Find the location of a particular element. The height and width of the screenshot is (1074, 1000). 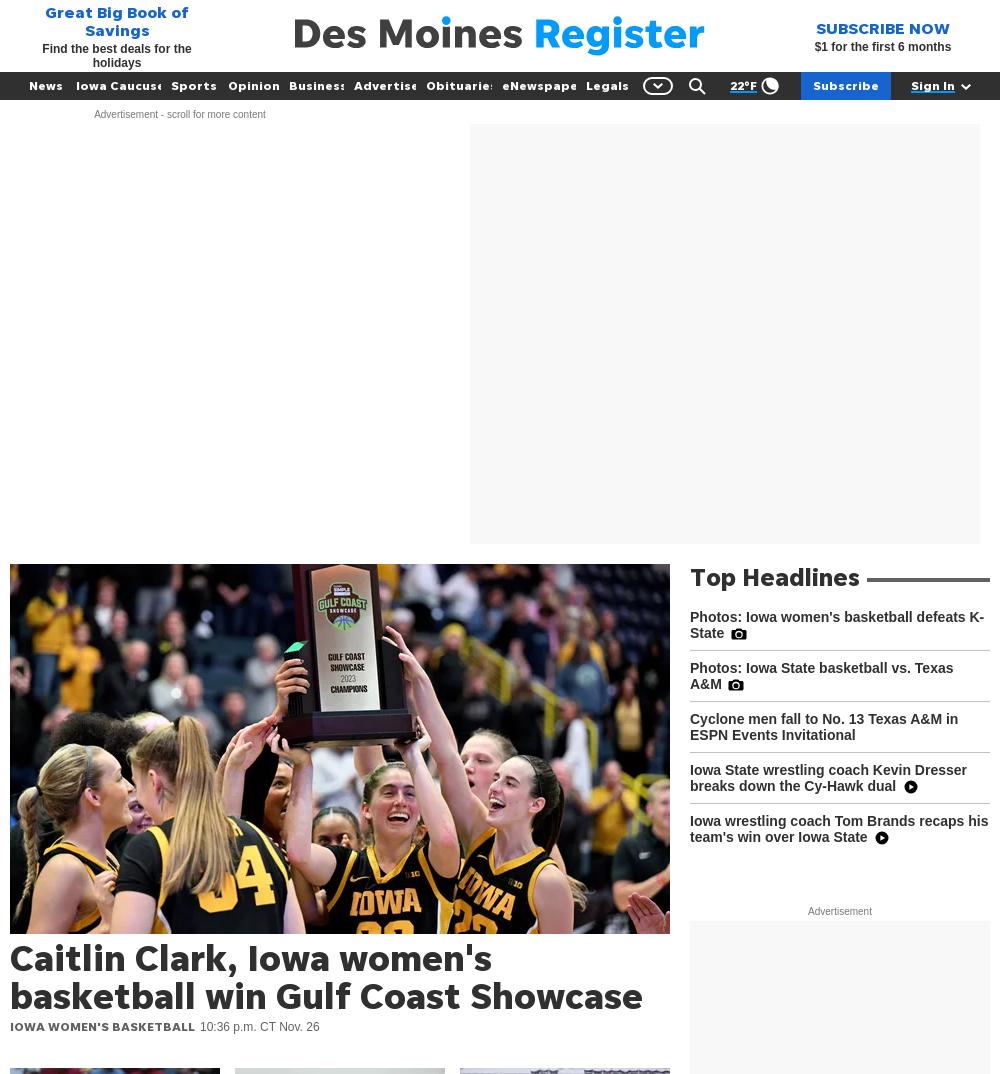

'Cyclone men fall to No. 13 Texas A&M in ESPN Events Invitational' is located at coordinates (823, 726).